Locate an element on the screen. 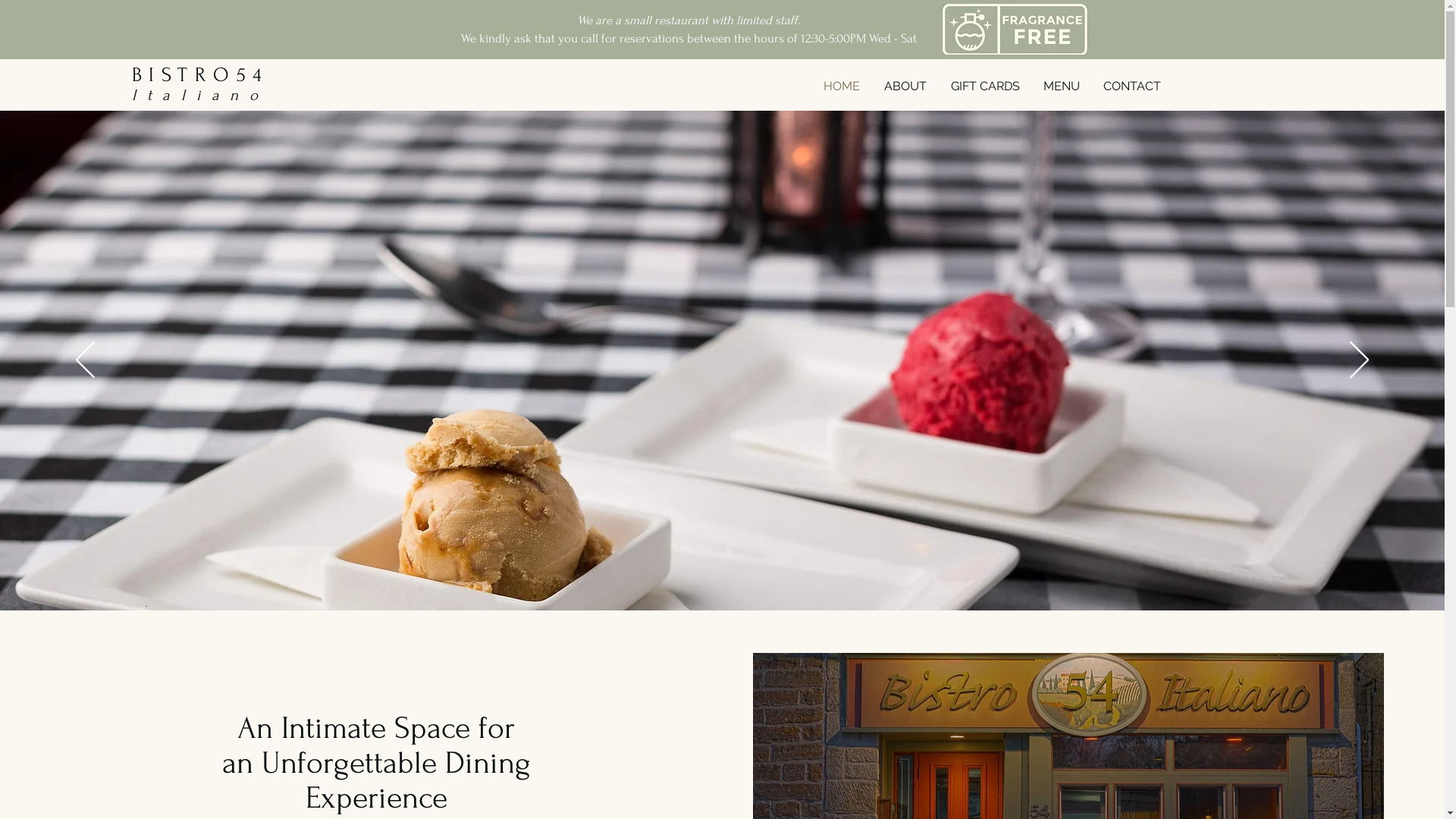  'BISTRO54' is located at coordinates (199, 75).